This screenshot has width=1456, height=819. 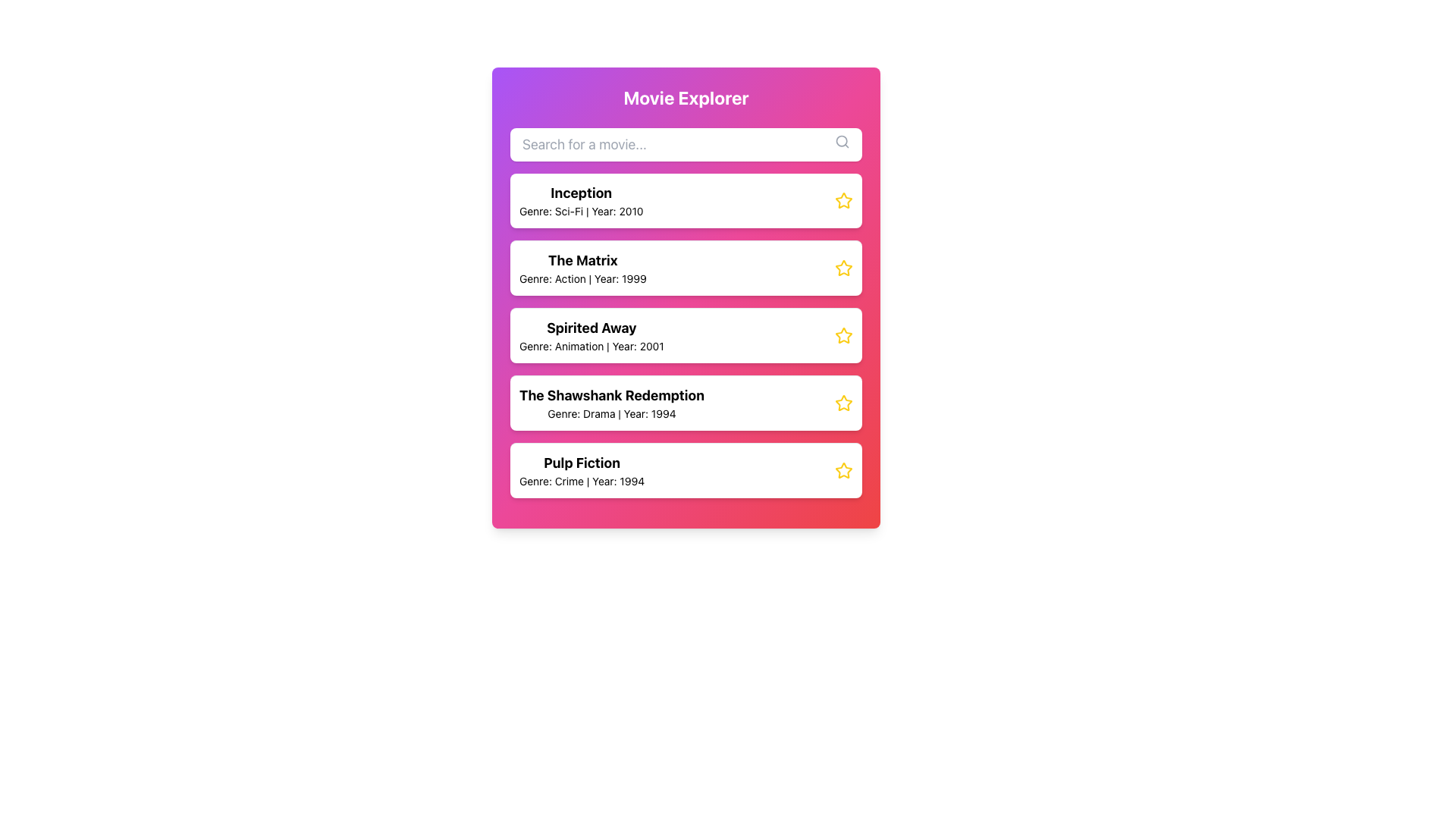 I want to click on bold text label displaying 'The Shawshank Redemption' located in the movie detail card, which is the first line of text in a vertical movie listing interface, so click(x=611, y=394).